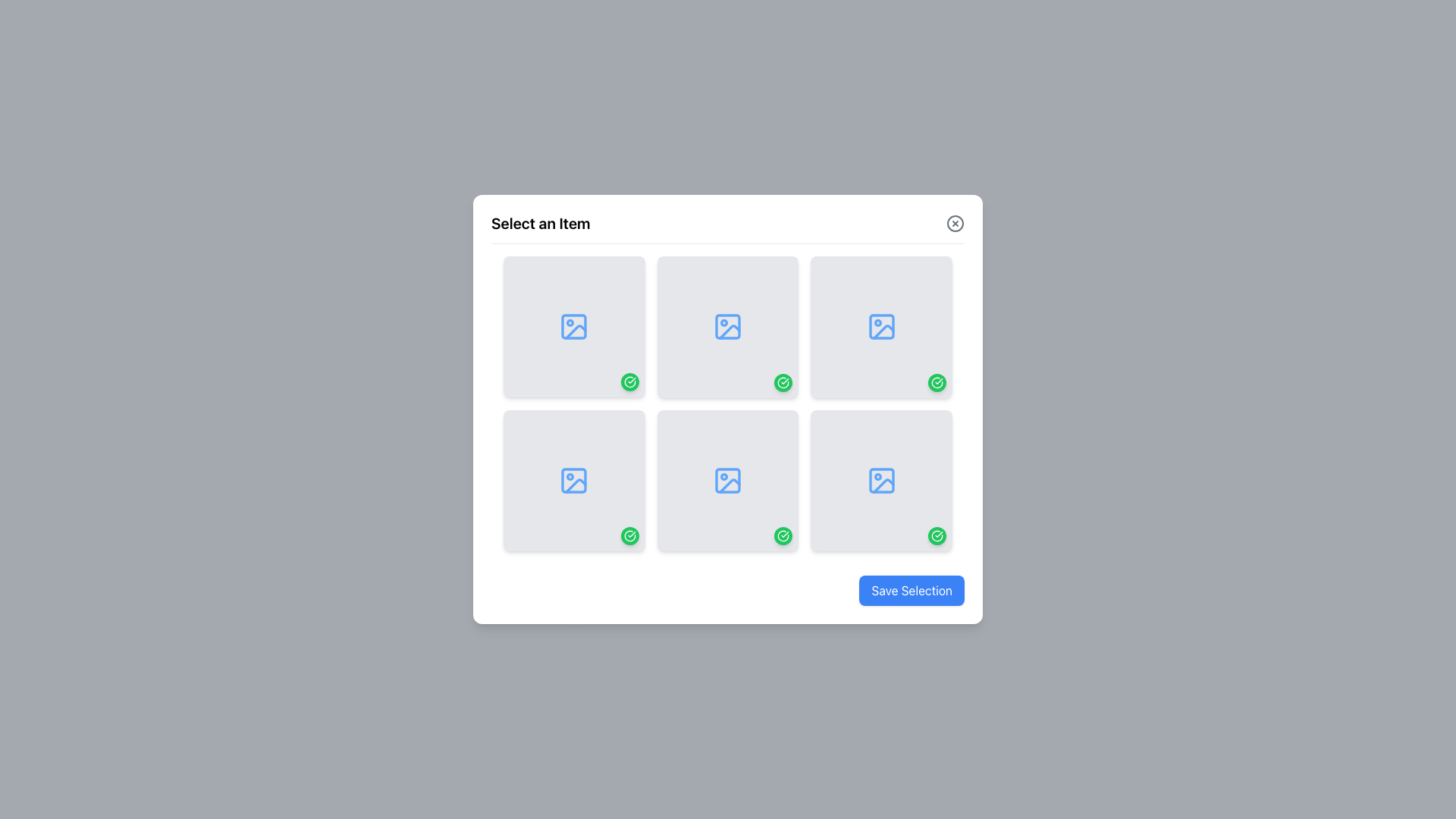  What do you see at coordinates (881, 480) in the screenshot?
I see `the sixth SelectableGridItem in the 3x2 grid layout, which features a light gray background, a centered blue picture icon, and a green checkmark badge in the bottom-right corner` at bounding box center [881, 480].